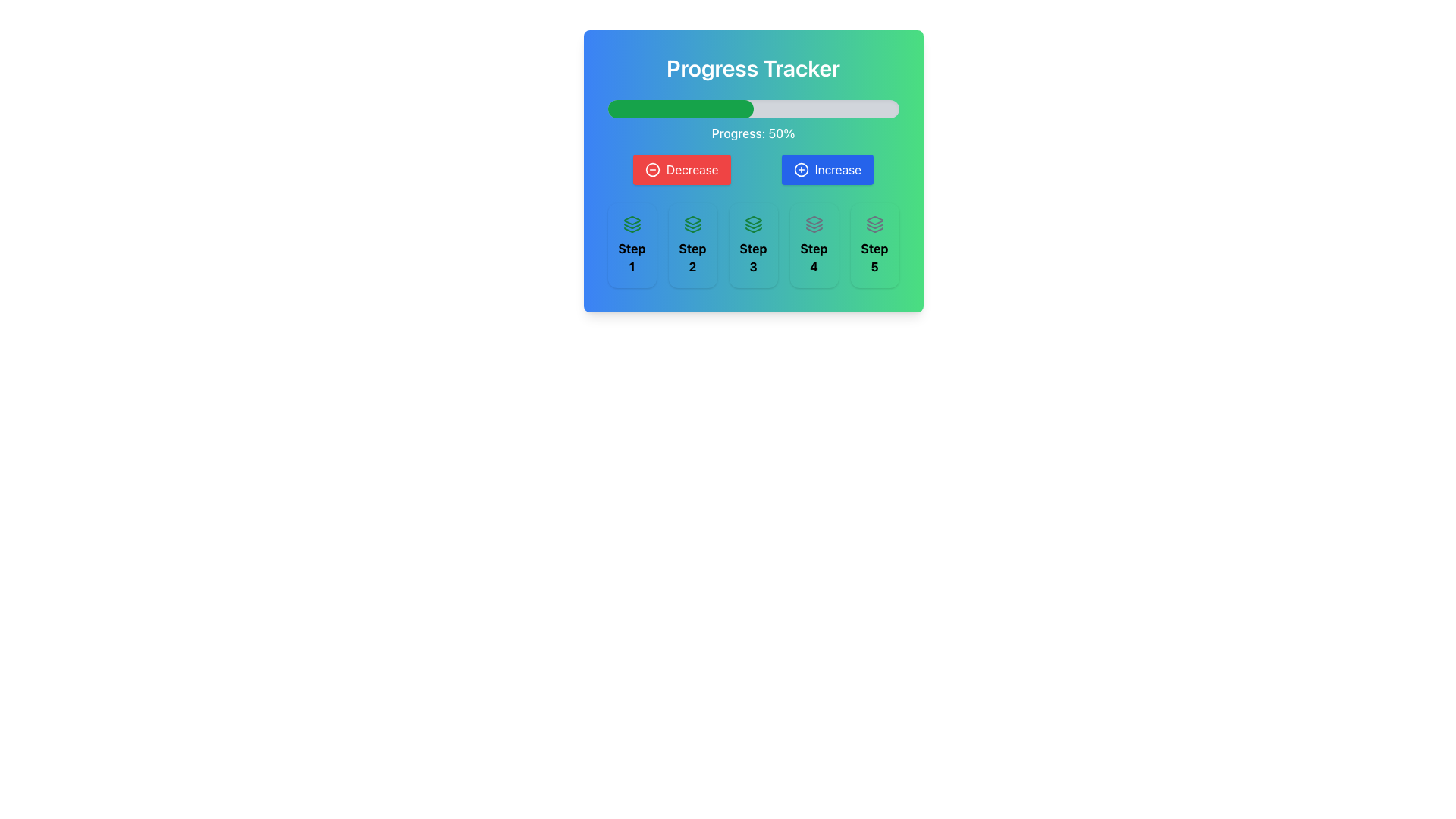 The height and width of the screenshot is (819, 1456). I want to click on text of the bold, black-colored label displaying 'Step 3', which is positioned directly below the stacked icon in the third step card of the progress tracker interface, so click(753, 256).